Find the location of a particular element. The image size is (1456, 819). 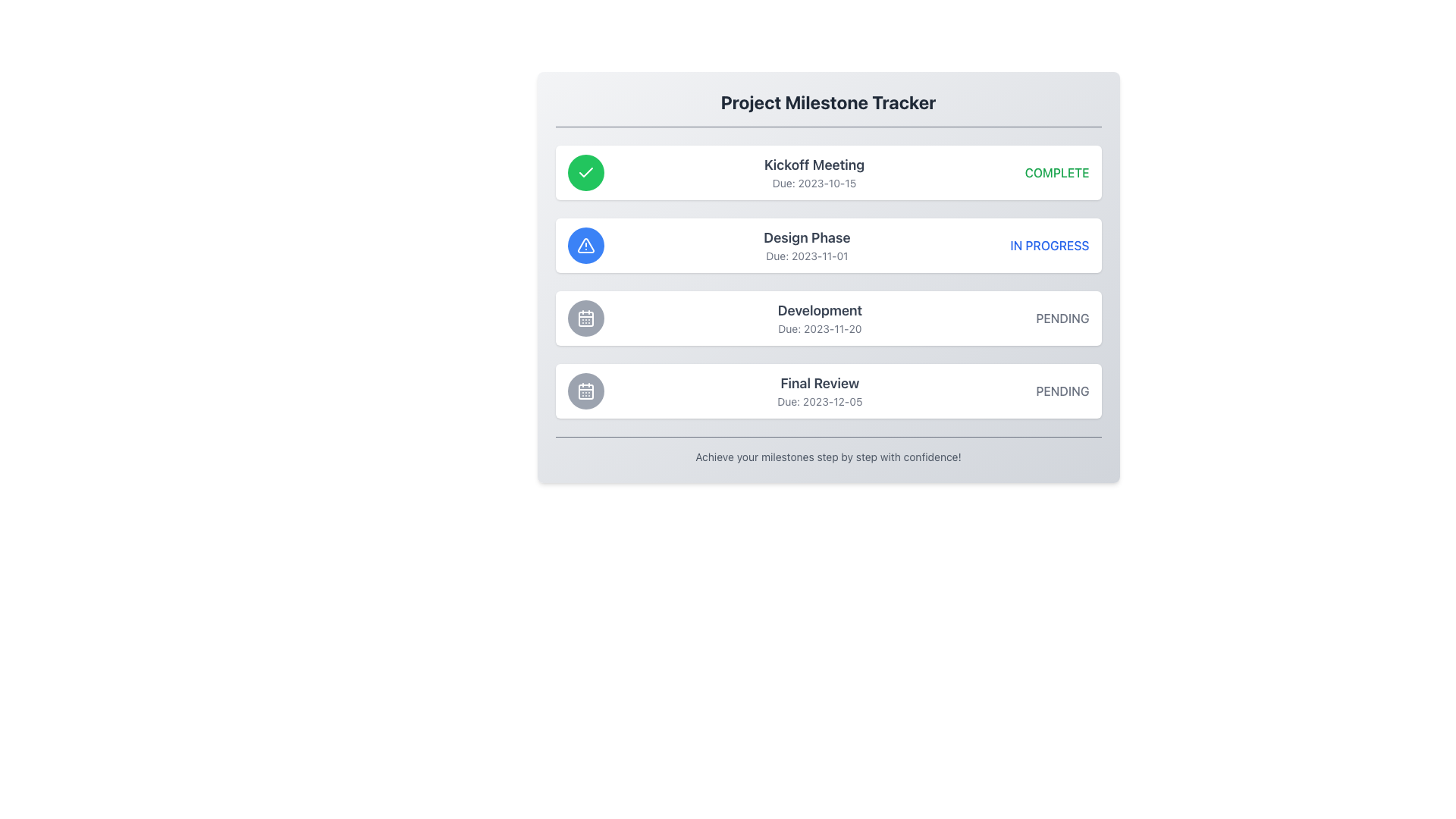

text content of the status indicator label located at the far-right side of the fourth row in the list of milestone cards, next to the text 'Final Review' is located at coordinates (1062, 391).